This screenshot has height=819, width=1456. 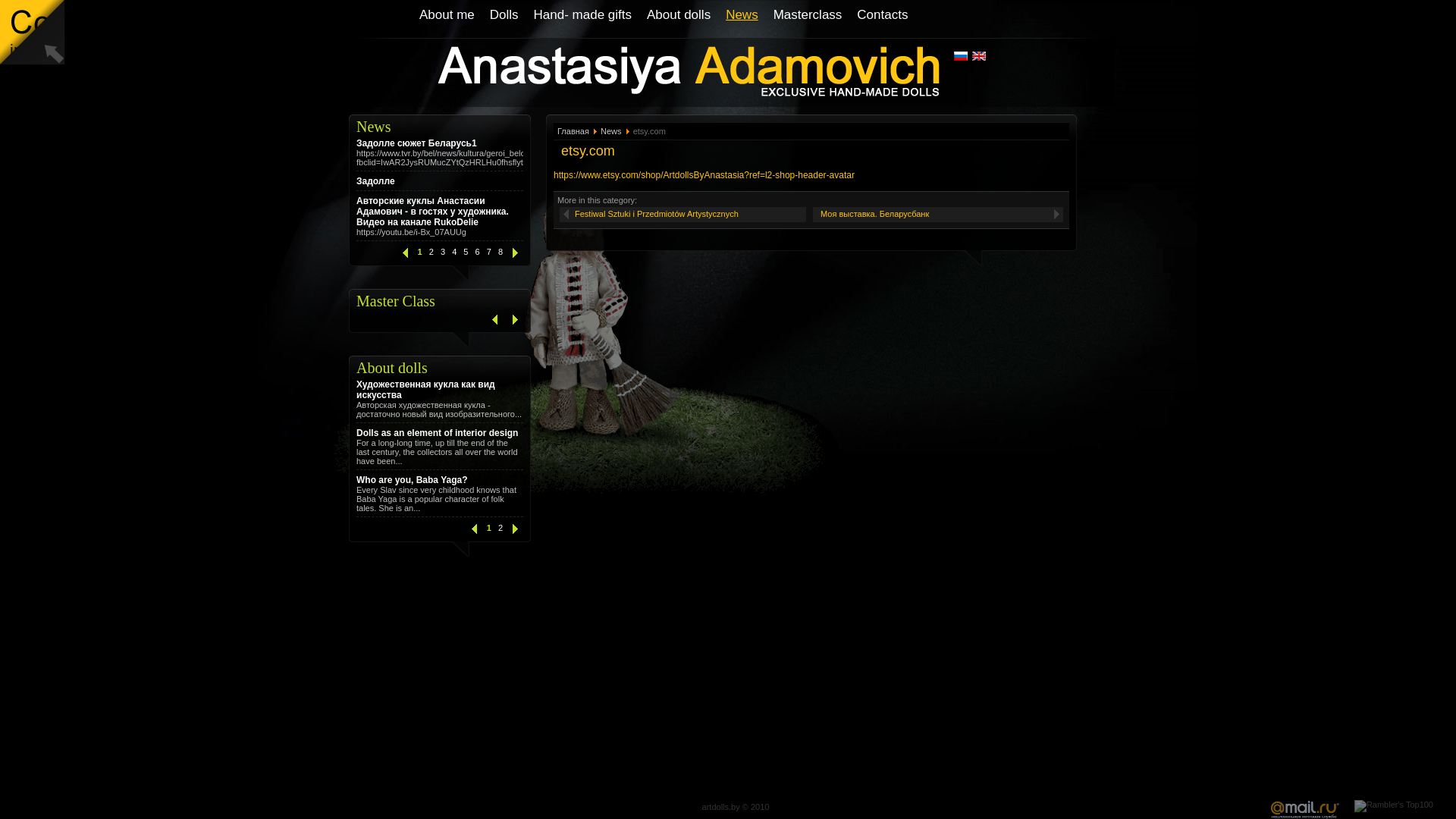 I want to click on 'Contacts', so click(x=882, y=14).